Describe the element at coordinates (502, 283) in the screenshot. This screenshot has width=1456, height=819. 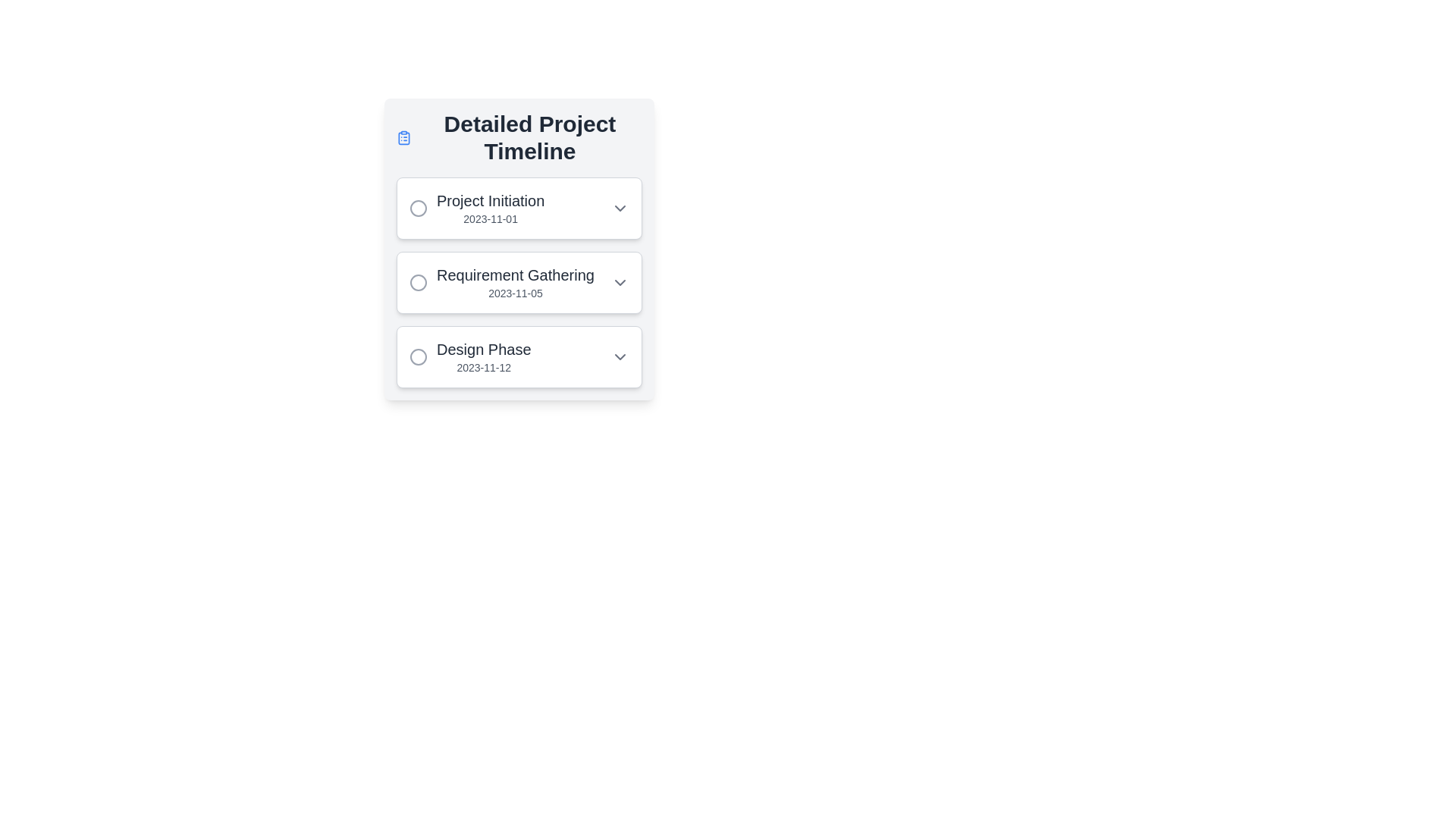
I see `the List item that represents a phase or milestone in the project timeline, located between 'Project Initiation' and 'Design Phase'` at that location.